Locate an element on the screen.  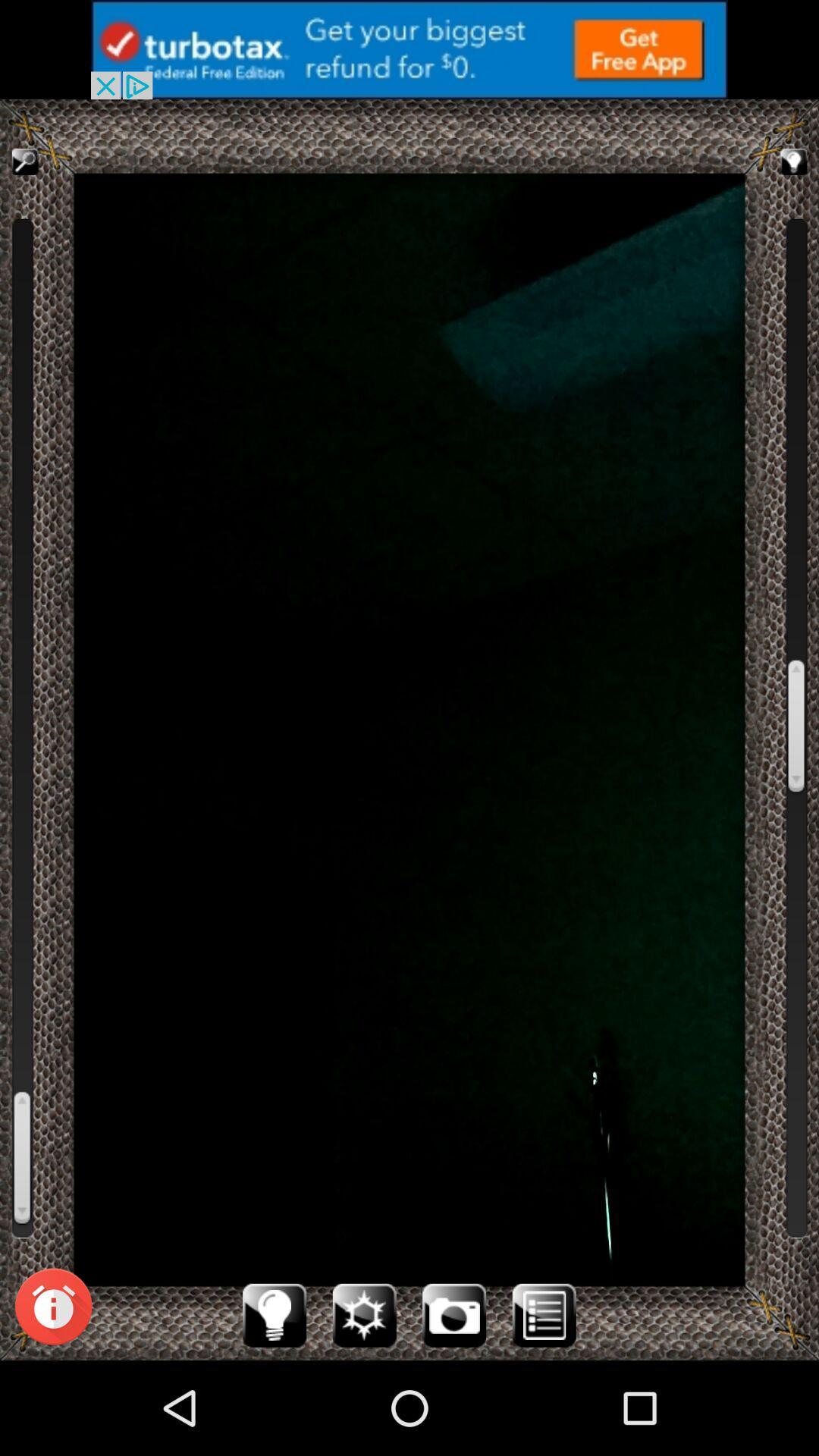
advertisement display is located at coordinates (409, 49).